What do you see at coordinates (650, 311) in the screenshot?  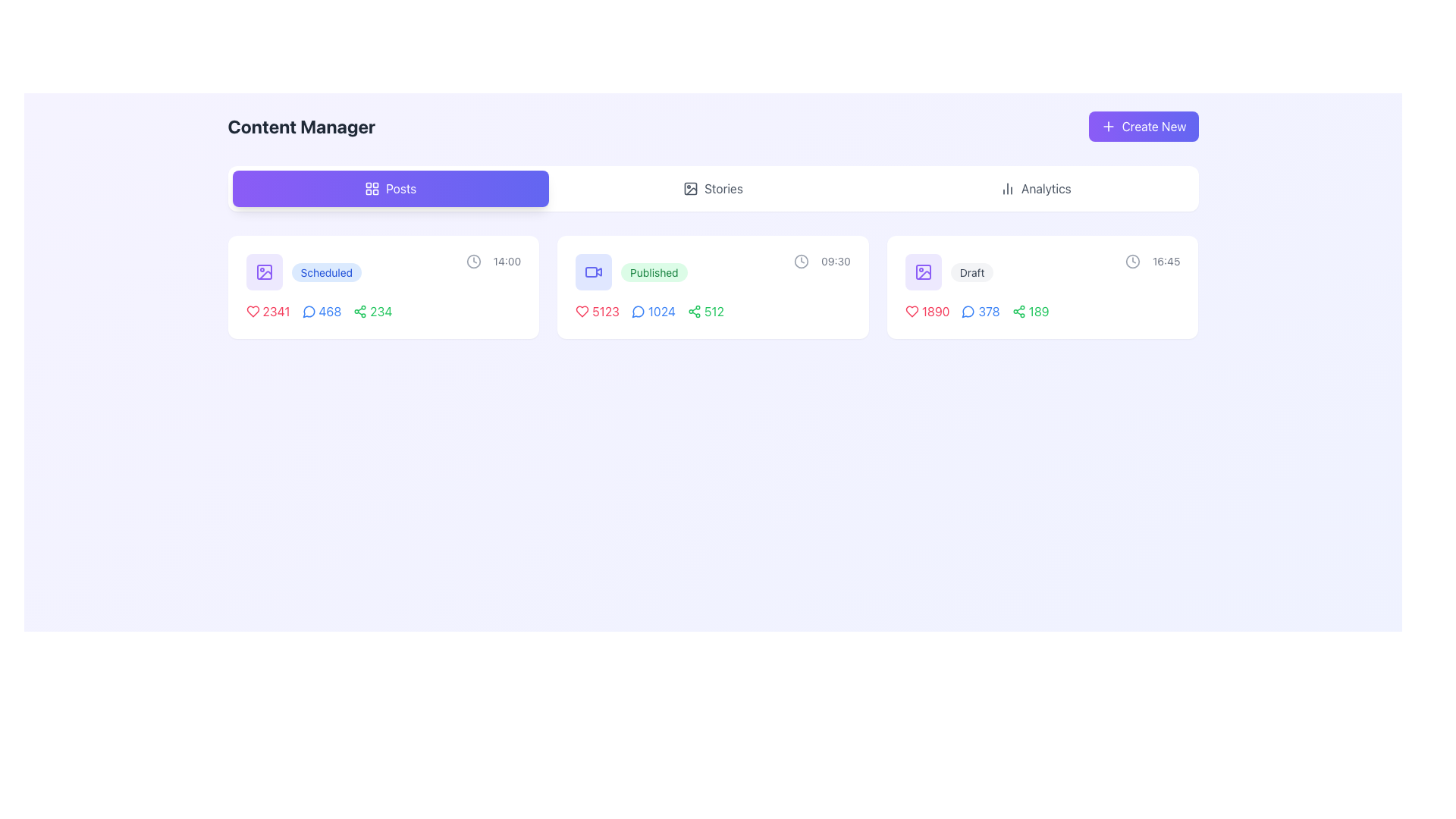 I see `the numerical text '1024' in blue, which is accompanied by a speech bubble icon` at bounding box center [650, 311].